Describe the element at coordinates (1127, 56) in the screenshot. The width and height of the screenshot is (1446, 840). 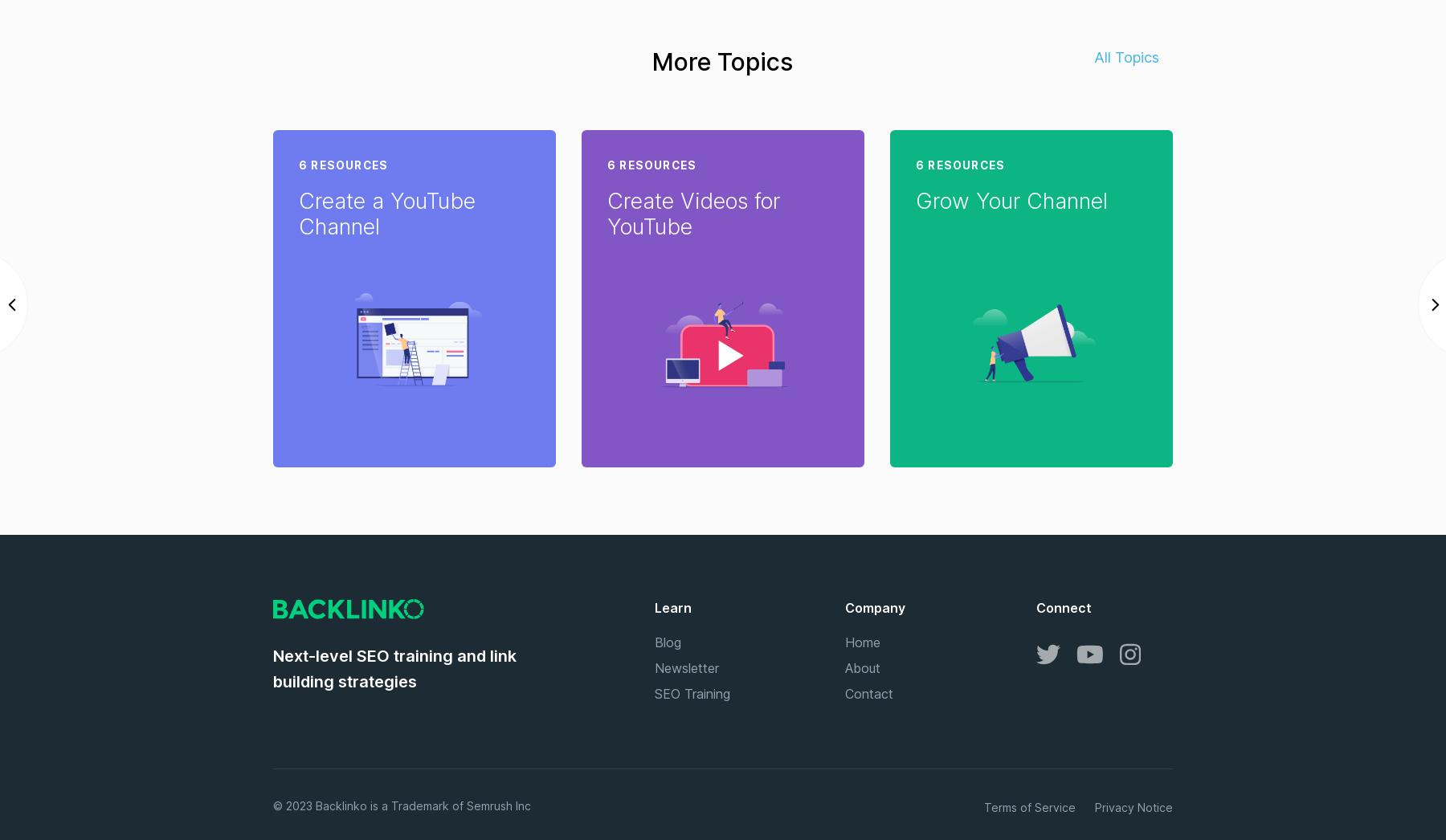
I see `'All Topics'` at that location.